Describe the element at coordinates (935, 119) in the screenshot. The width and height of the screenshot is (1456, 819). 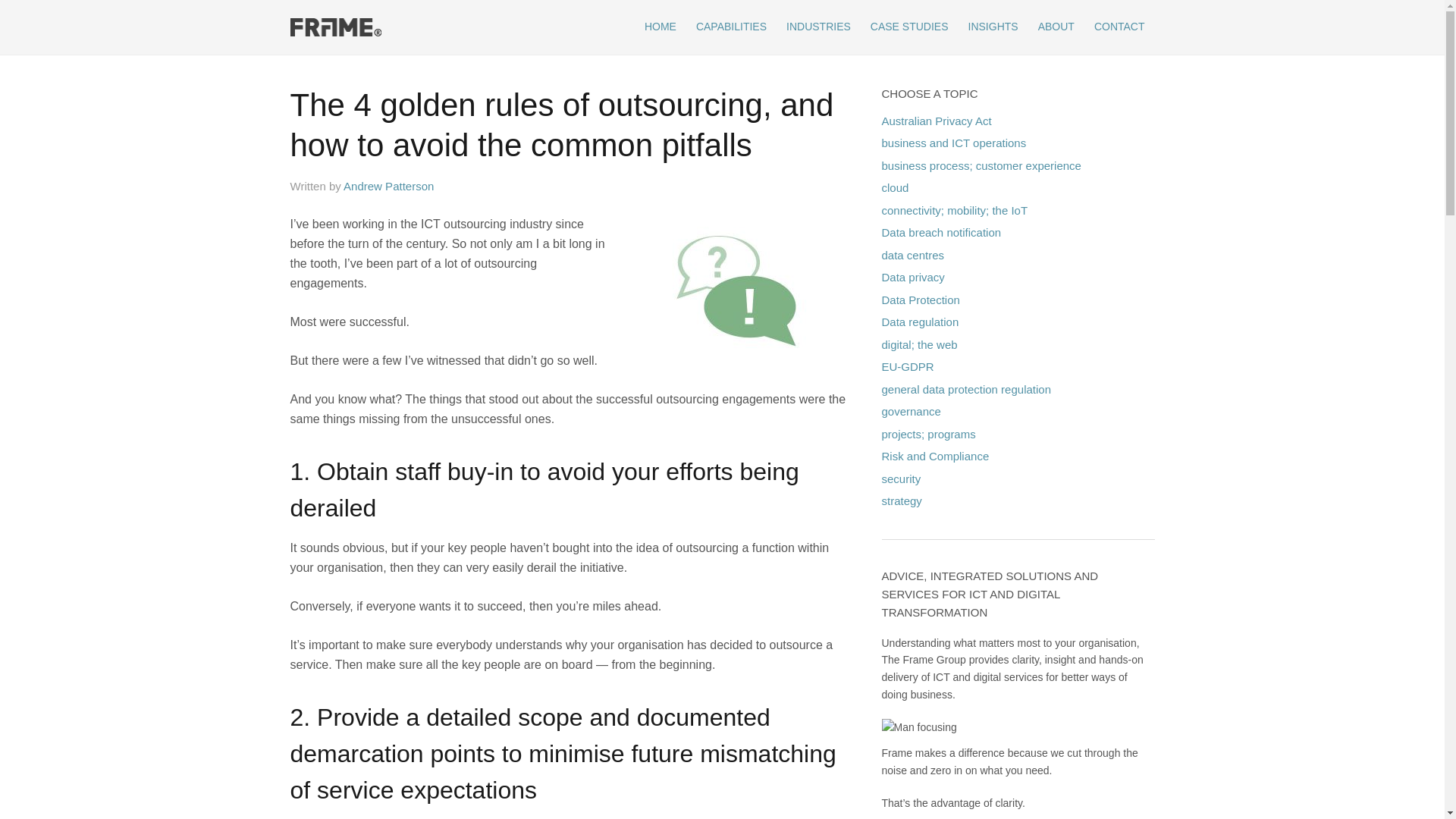
I see `'Australian Privacy Act'` at that location.